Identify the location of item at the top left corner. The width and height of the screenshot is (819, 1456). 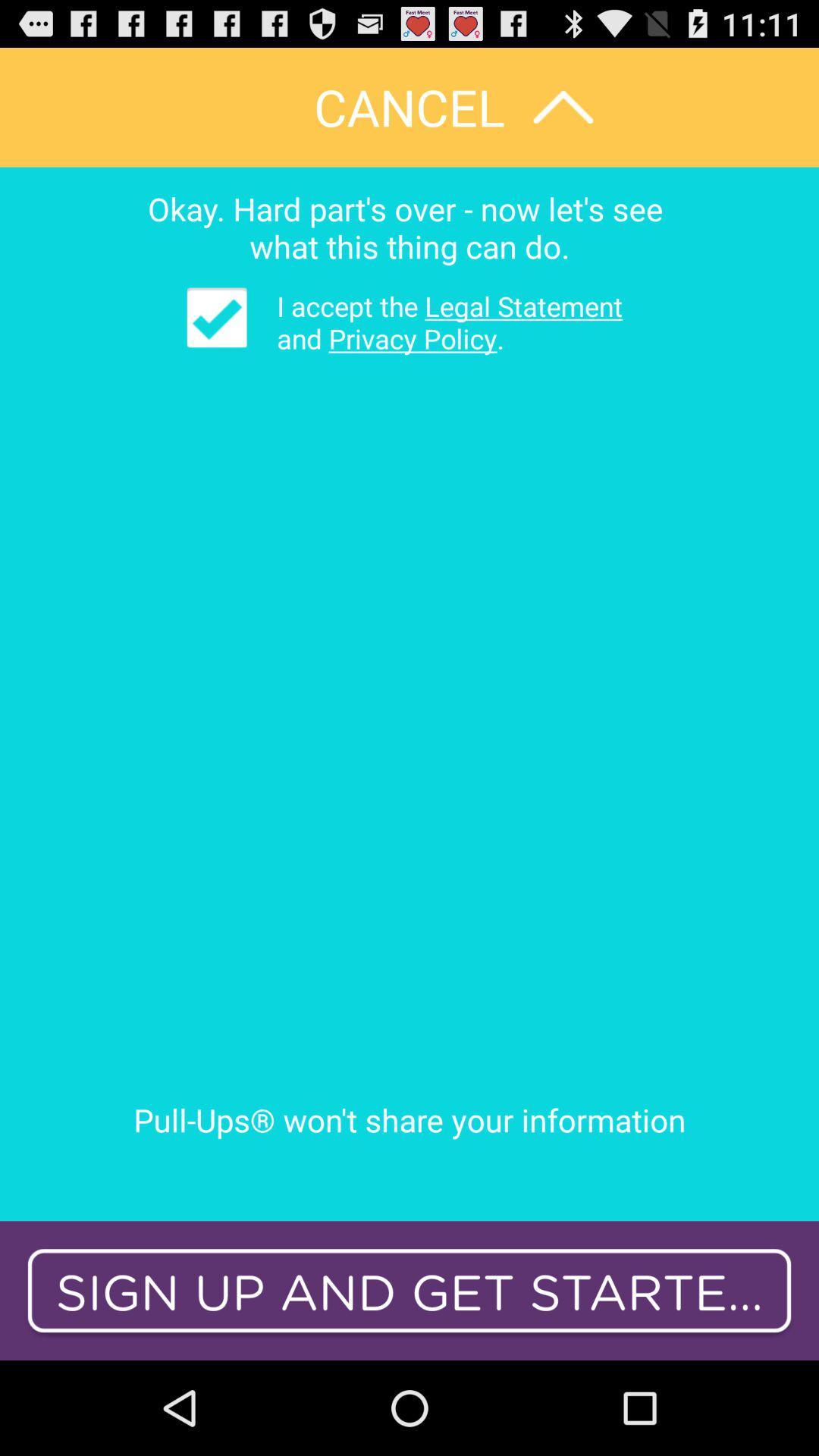
(217, 316).